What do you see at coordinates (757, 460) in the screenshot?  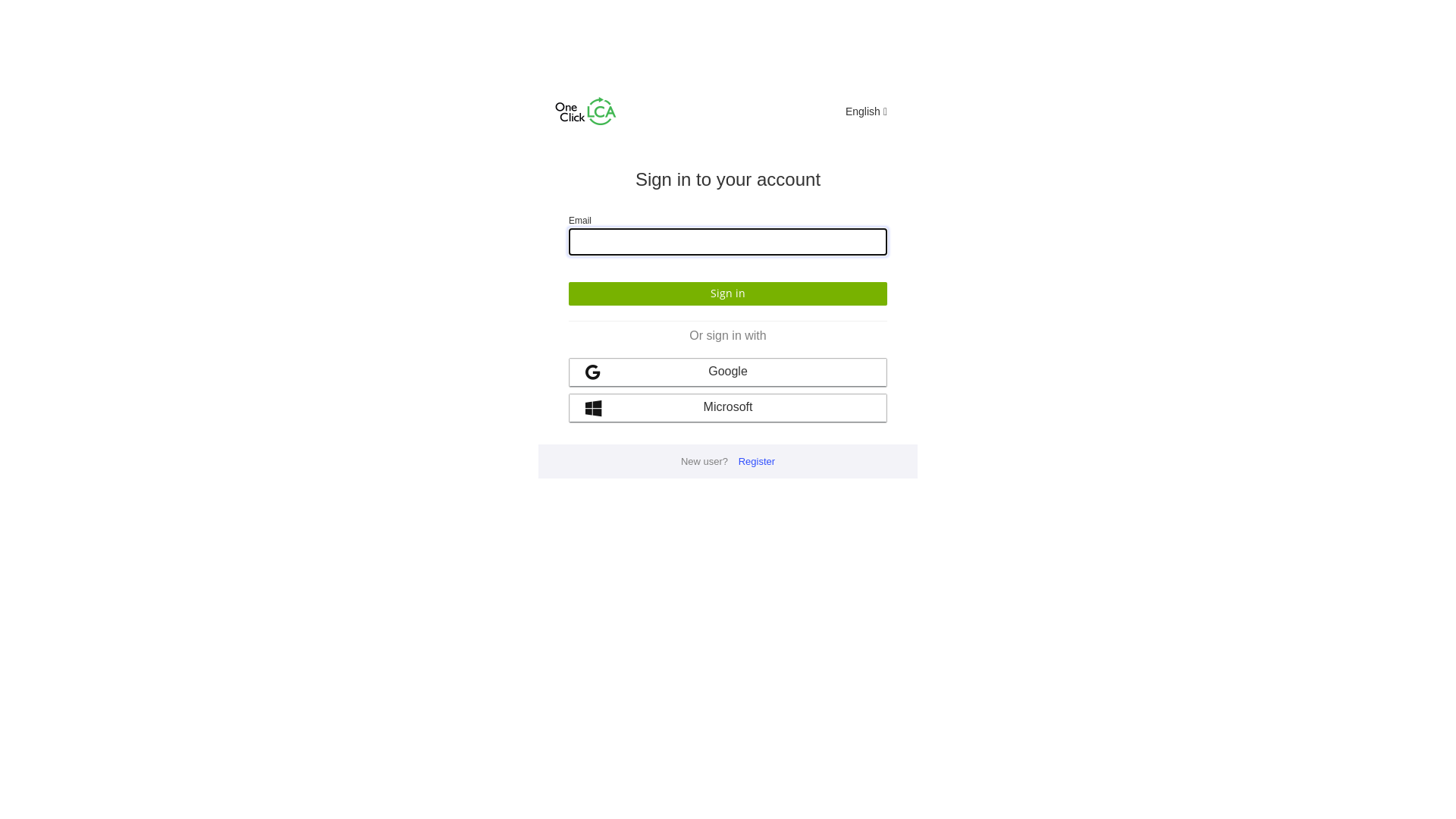 I see `'Register'` at bounding box center [757, 460].